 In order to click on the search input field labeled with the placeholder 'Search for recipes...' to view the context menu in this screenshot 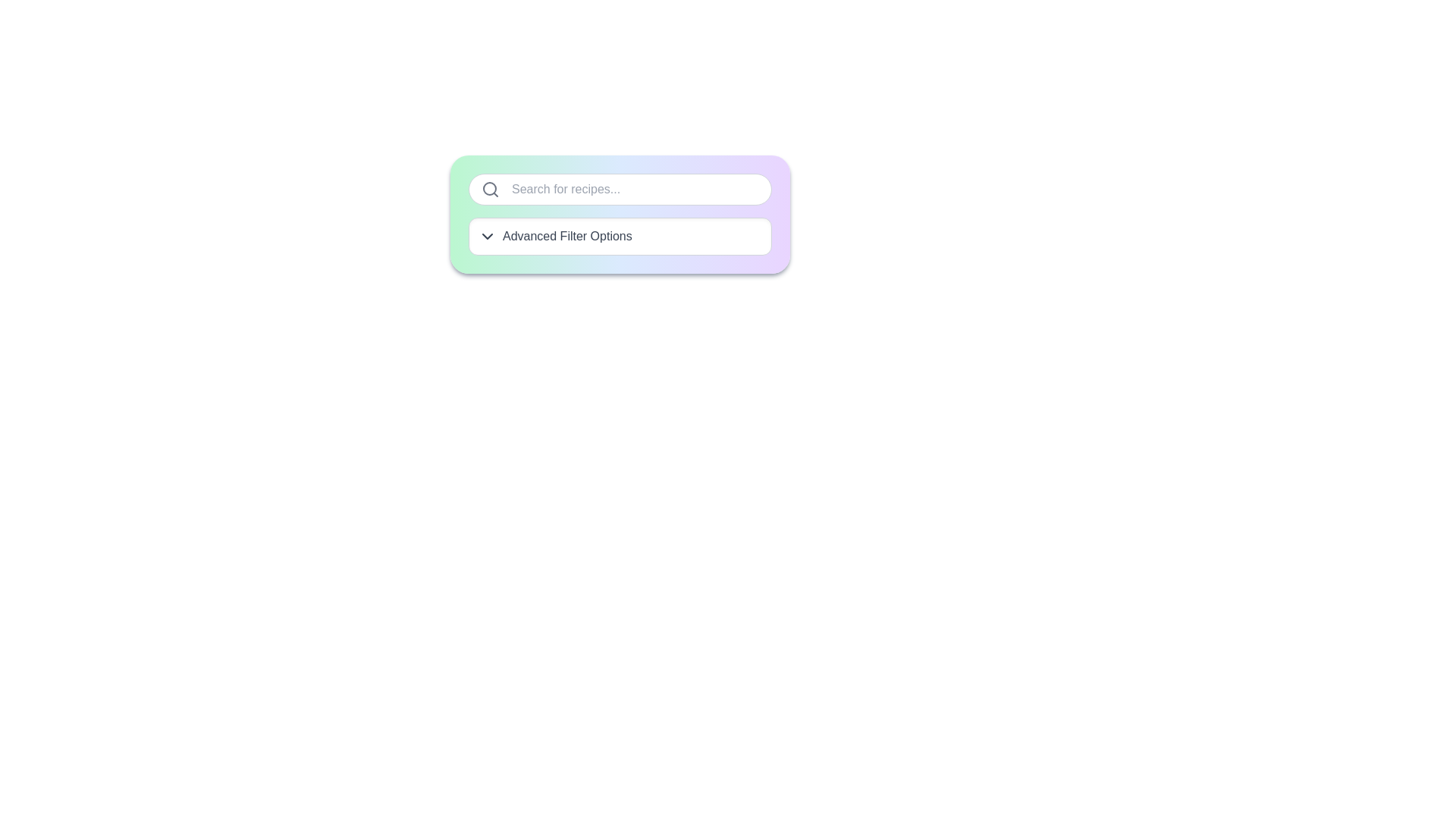, I will do `click(620, 189)`.